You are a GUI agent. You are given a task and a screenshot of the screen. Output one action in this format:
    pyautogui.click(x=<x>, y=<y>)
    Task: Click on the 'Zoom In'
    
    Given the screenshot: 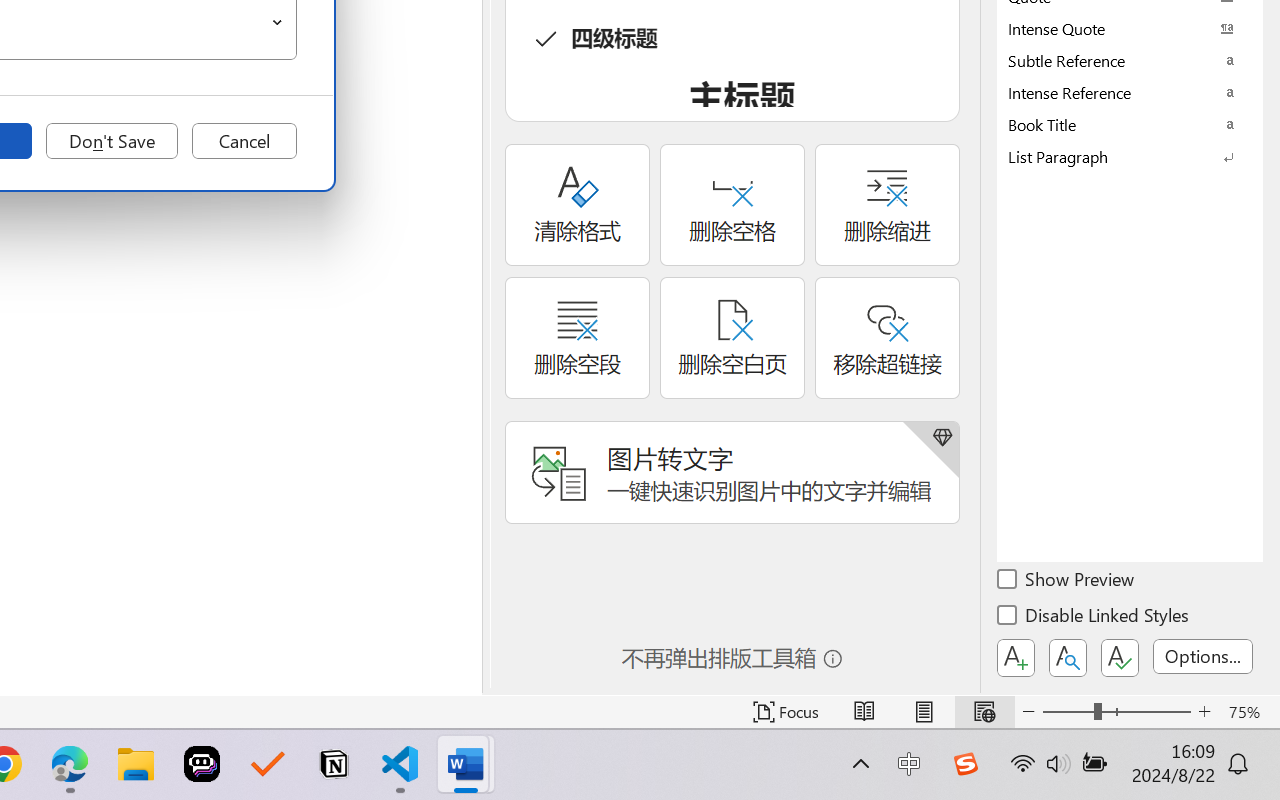 What is the action you would take?
    pyautogui.click(x=1204, y=711)
    